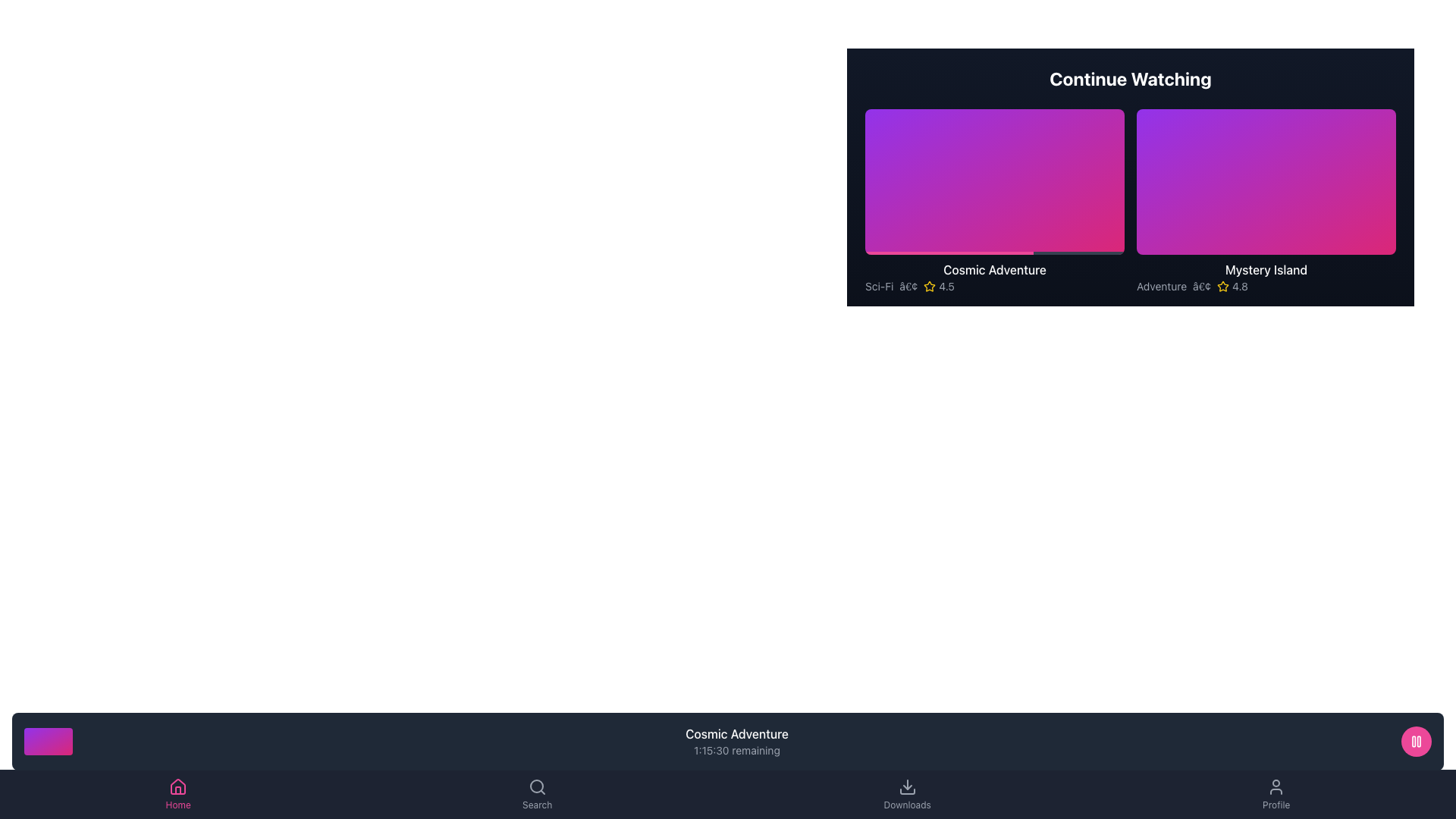  Describe the element at coordinates (1266, 180) in the screenshot. I see `the playback button located centrally within the 'Mystery Island' media card` at that location.